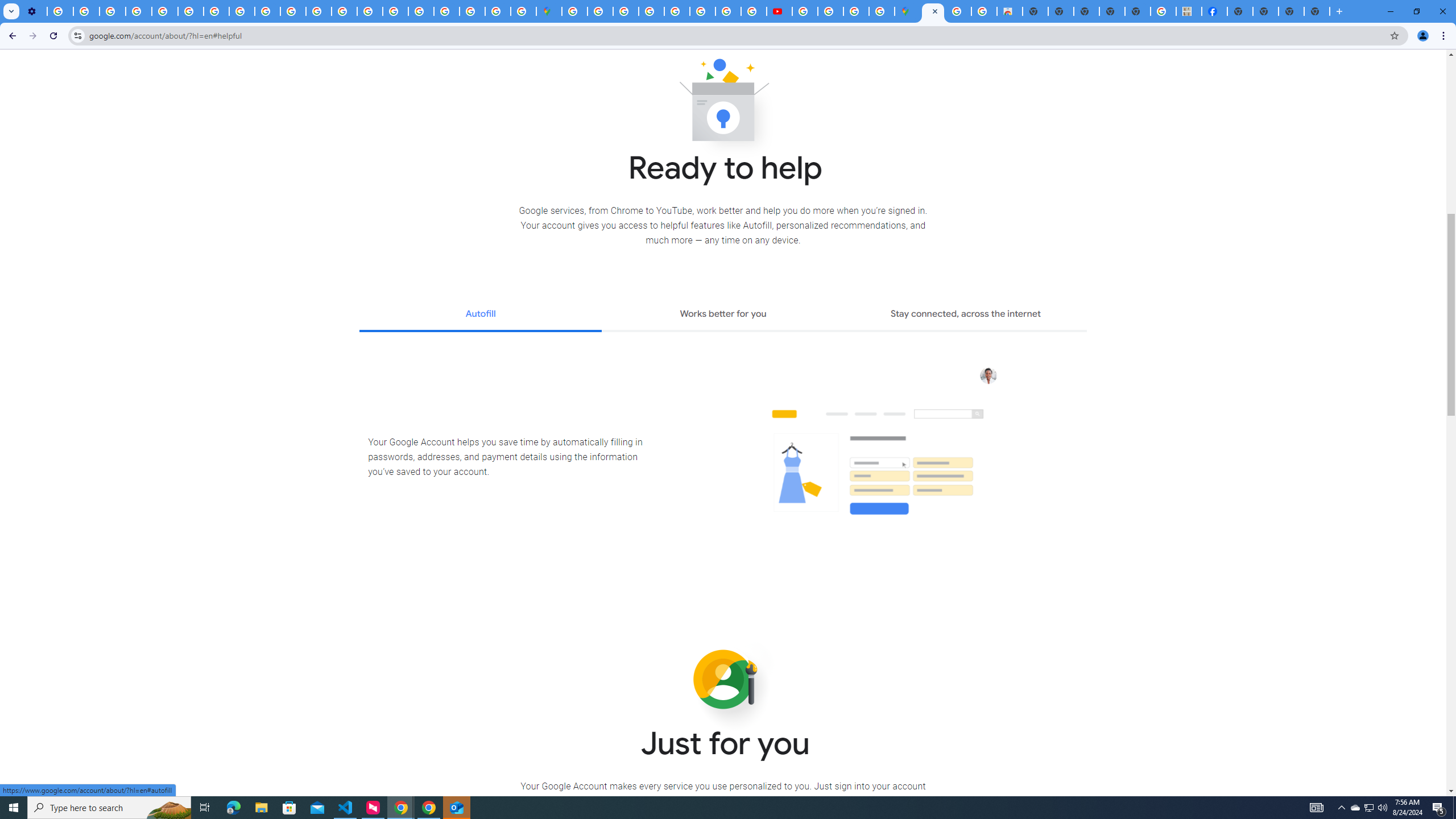 The width and height of the screenshot is (1456, 819). I want to click on 'New Tab', so click(1239, 11).